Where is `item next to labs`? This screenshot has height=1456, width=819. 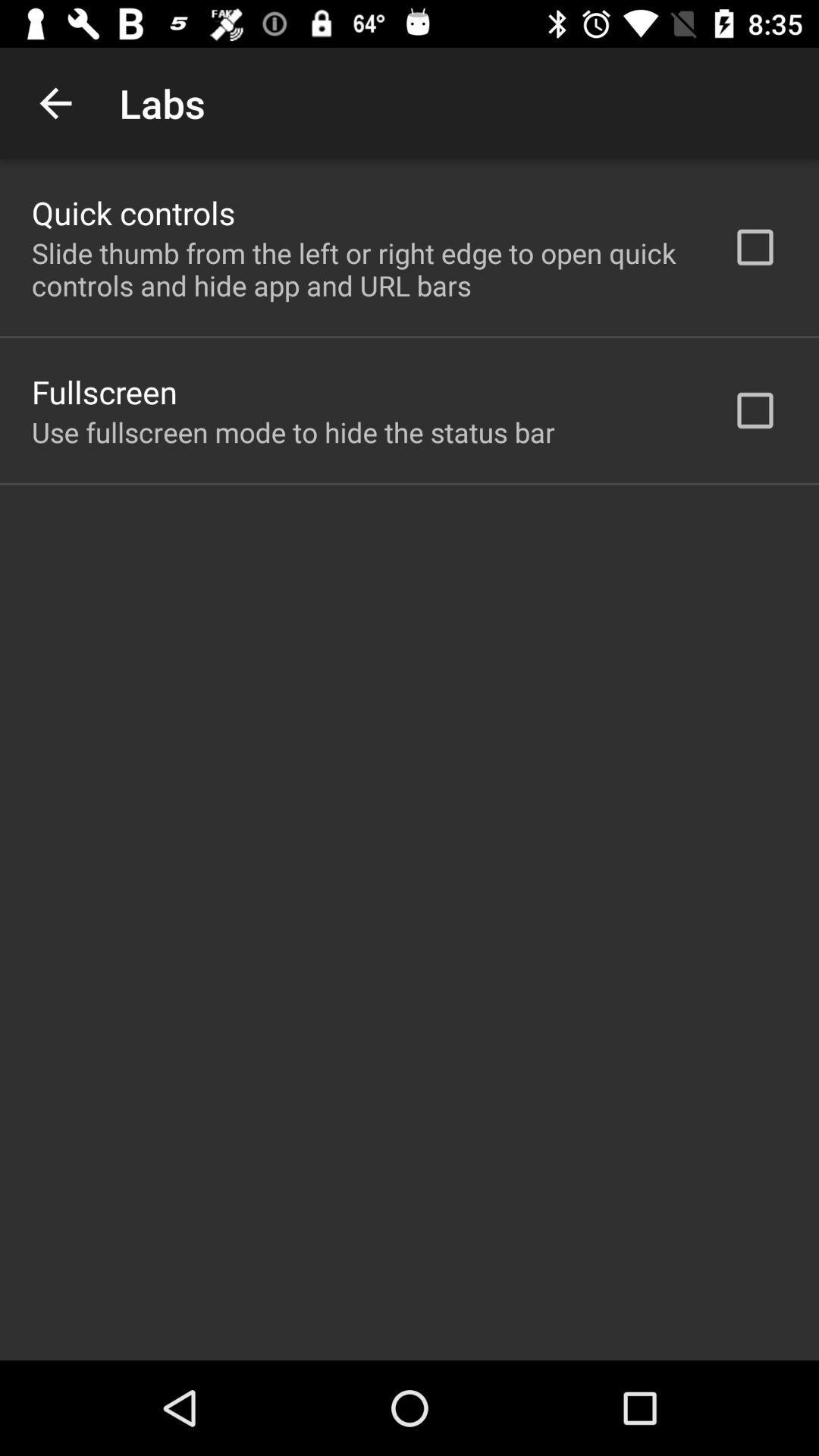 item next to labs is located at coordinates (55, 102).